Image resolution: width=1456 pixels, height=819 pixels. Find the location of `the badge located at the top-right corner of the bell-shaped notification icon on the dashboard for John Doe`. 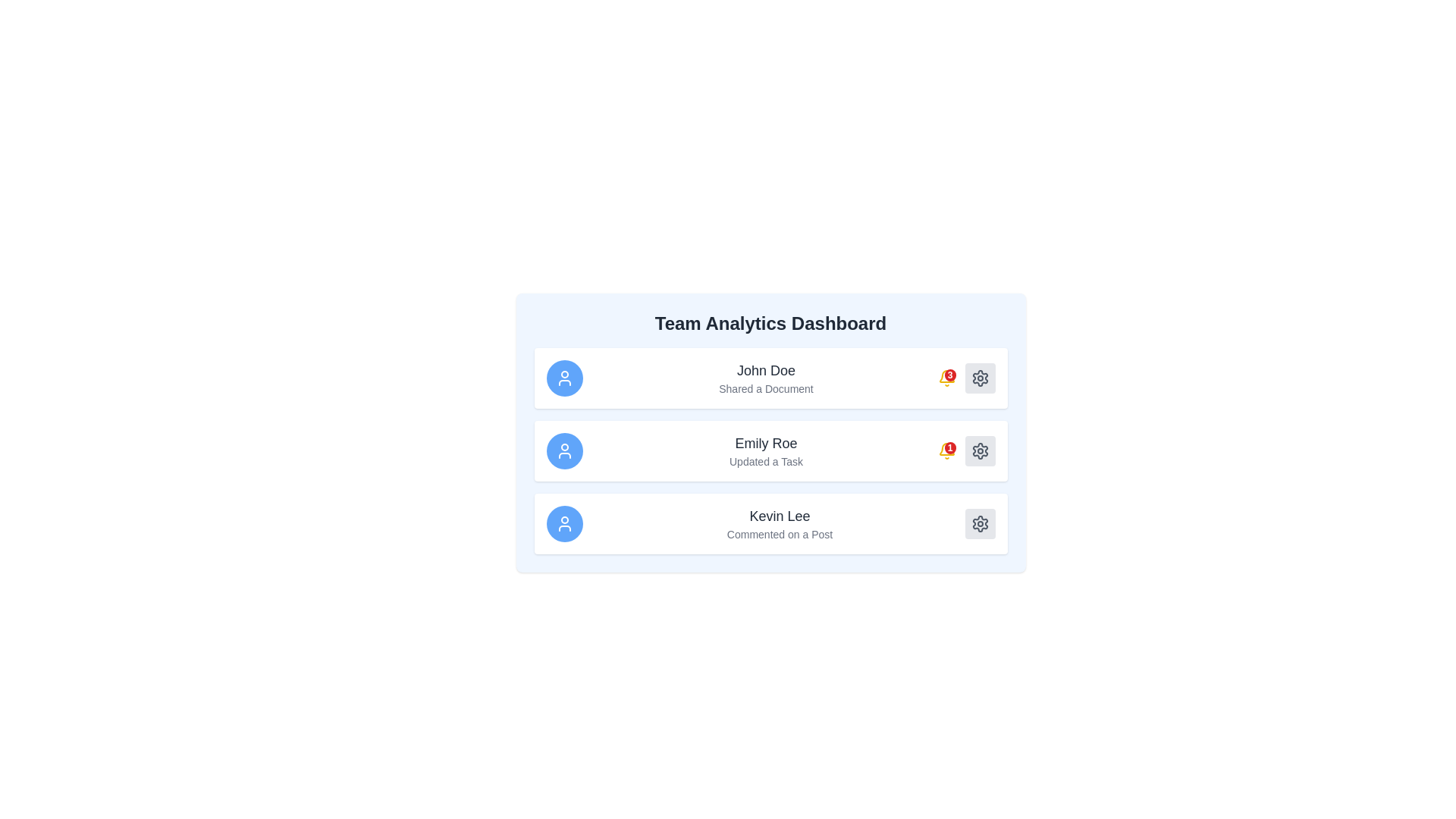

the badge located at the top-right corner of the bell-shaped notification icon on the dashboard for John Doe is located at coordinates (949, 375).